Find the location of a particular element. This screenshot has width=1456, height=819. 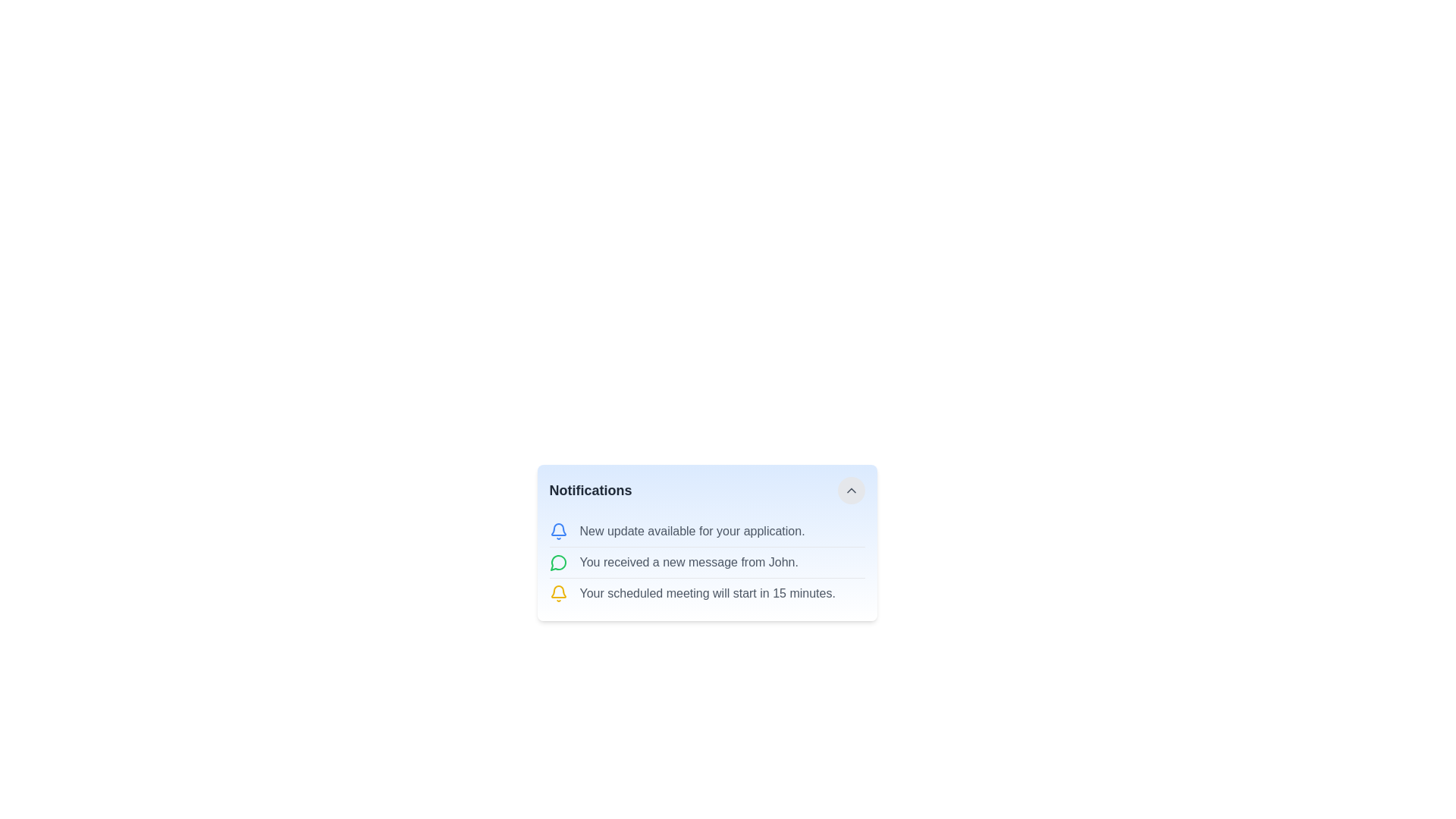

the second notification item in the list that indicates 'You received a new message from John.' is located at coordinates (706, 562).